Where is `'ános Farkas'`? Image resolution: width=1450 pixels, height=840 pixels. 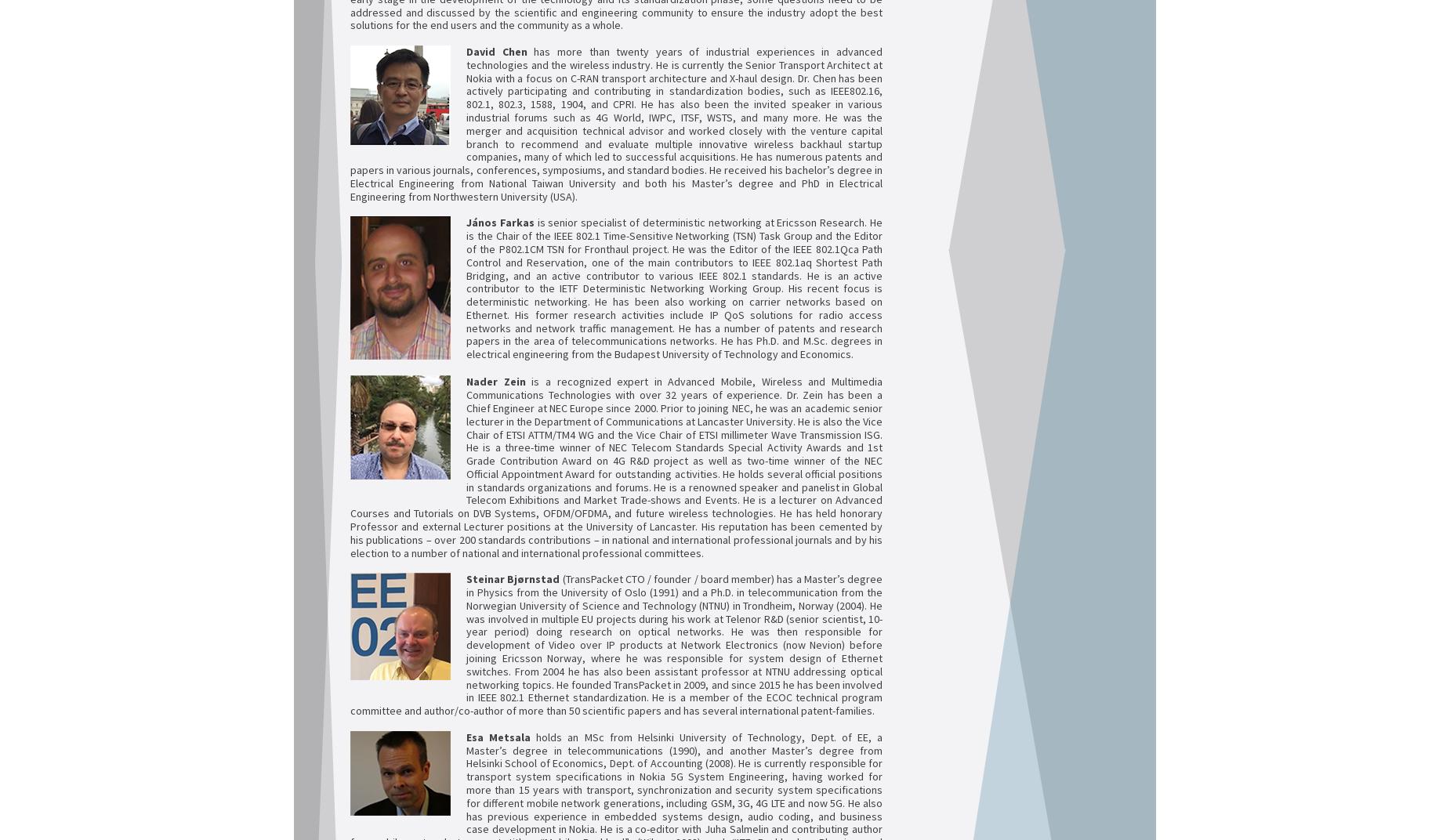
'ános Farkas' is located at coordinates (471, 221).